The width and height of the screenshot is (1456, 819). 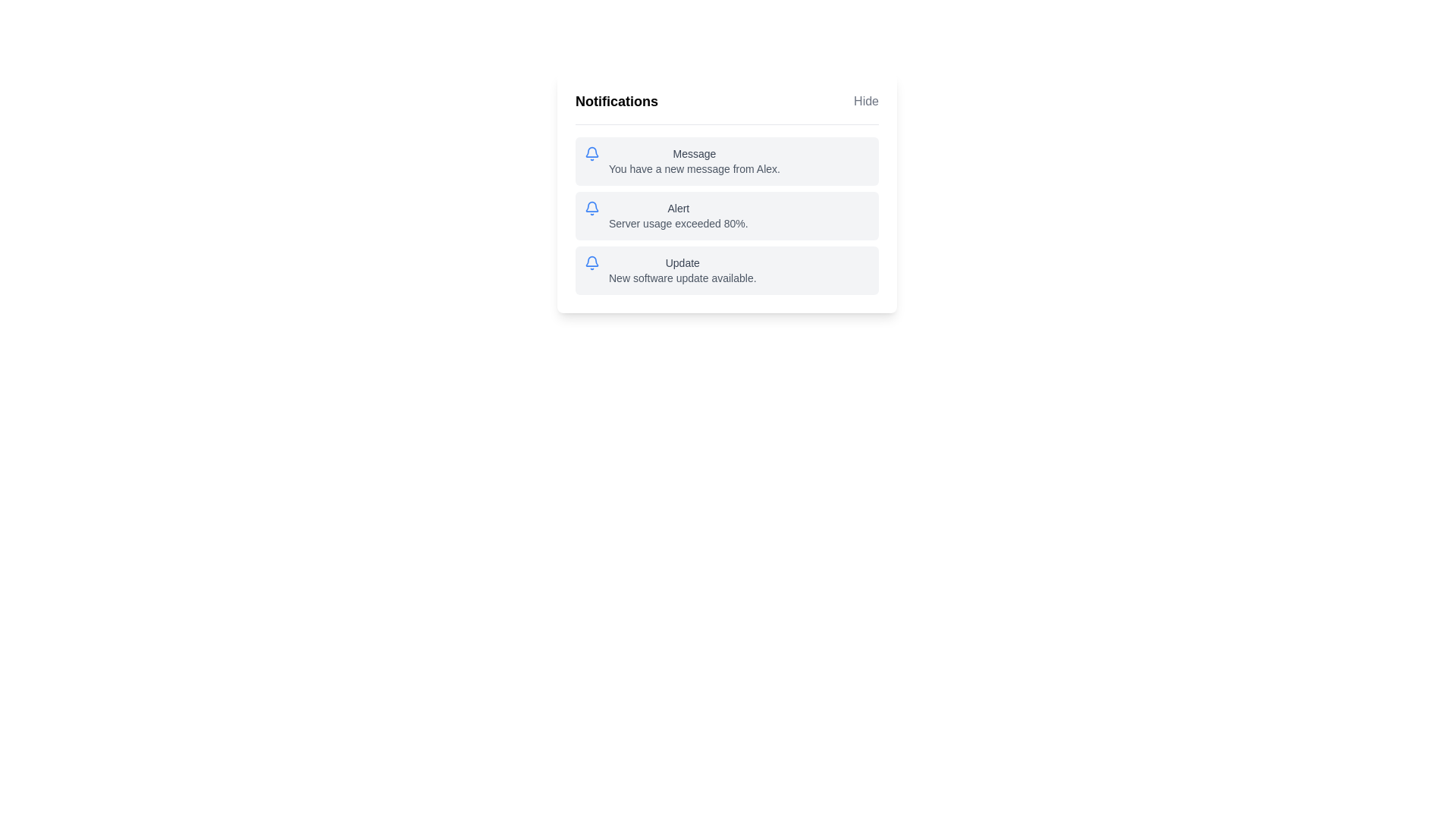 What do you see at coordinates (726, 216) in the screenshot?
I see `the 'Alert' keyword in the second notification card that informs about server usage exceeding 80%` at bounding box center [726, 216].